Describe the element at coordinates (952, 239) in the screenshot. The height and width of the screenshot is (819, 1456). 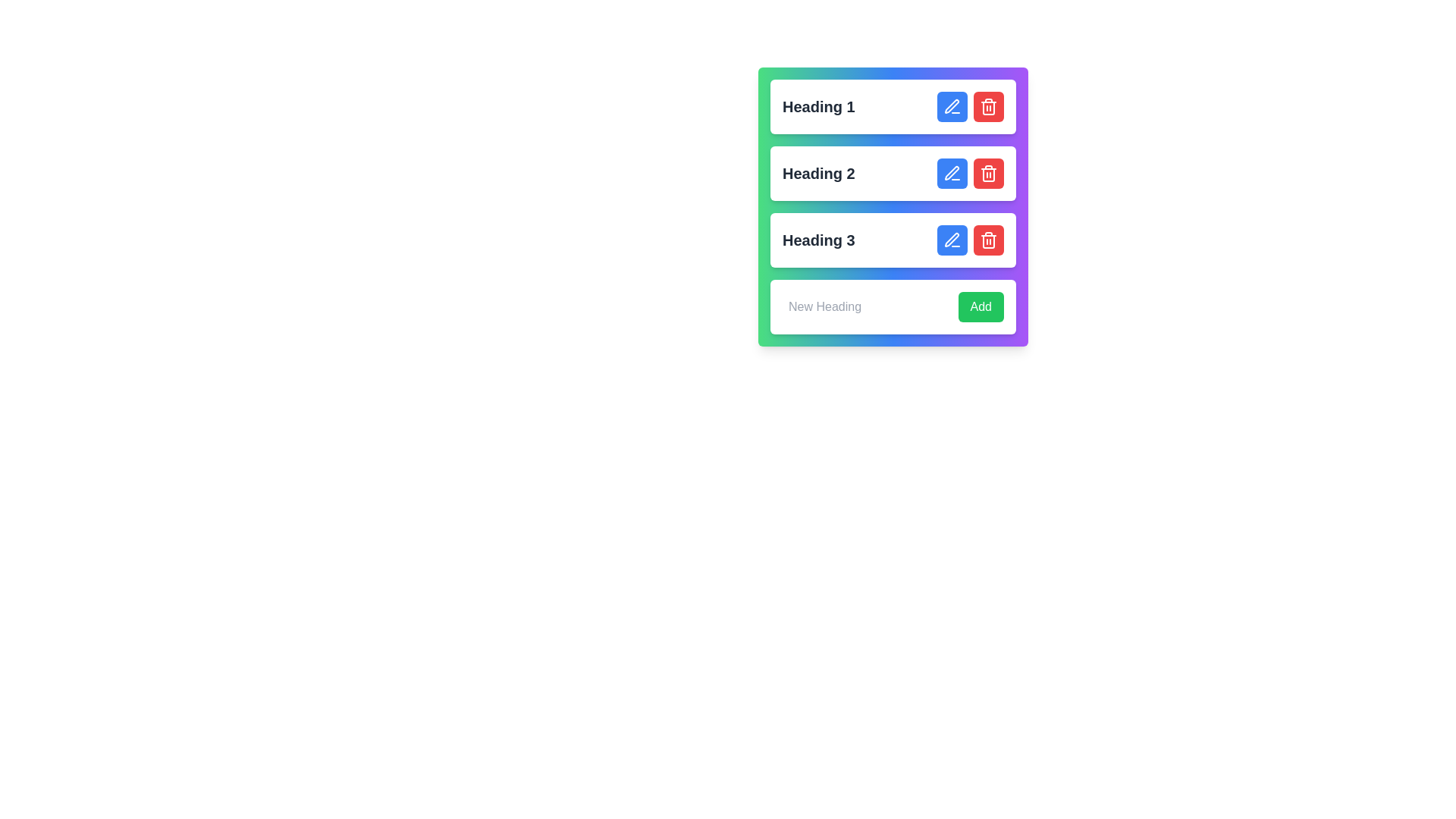
I see `the edit button located in the top-right corner of the third row to observe the color change` at that location.